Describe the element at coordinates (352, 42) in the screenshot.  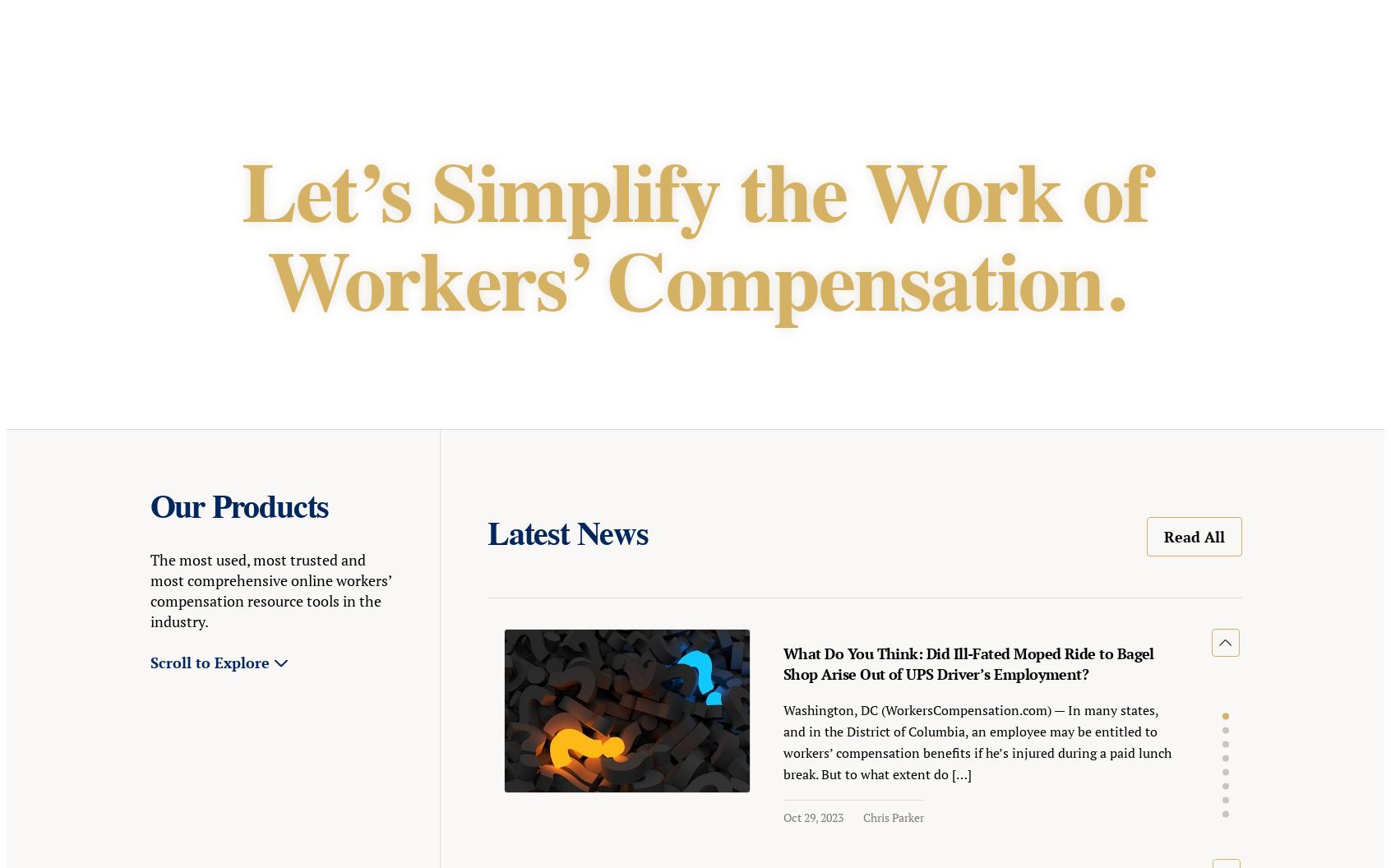
I see `'Solutions'` at that location.